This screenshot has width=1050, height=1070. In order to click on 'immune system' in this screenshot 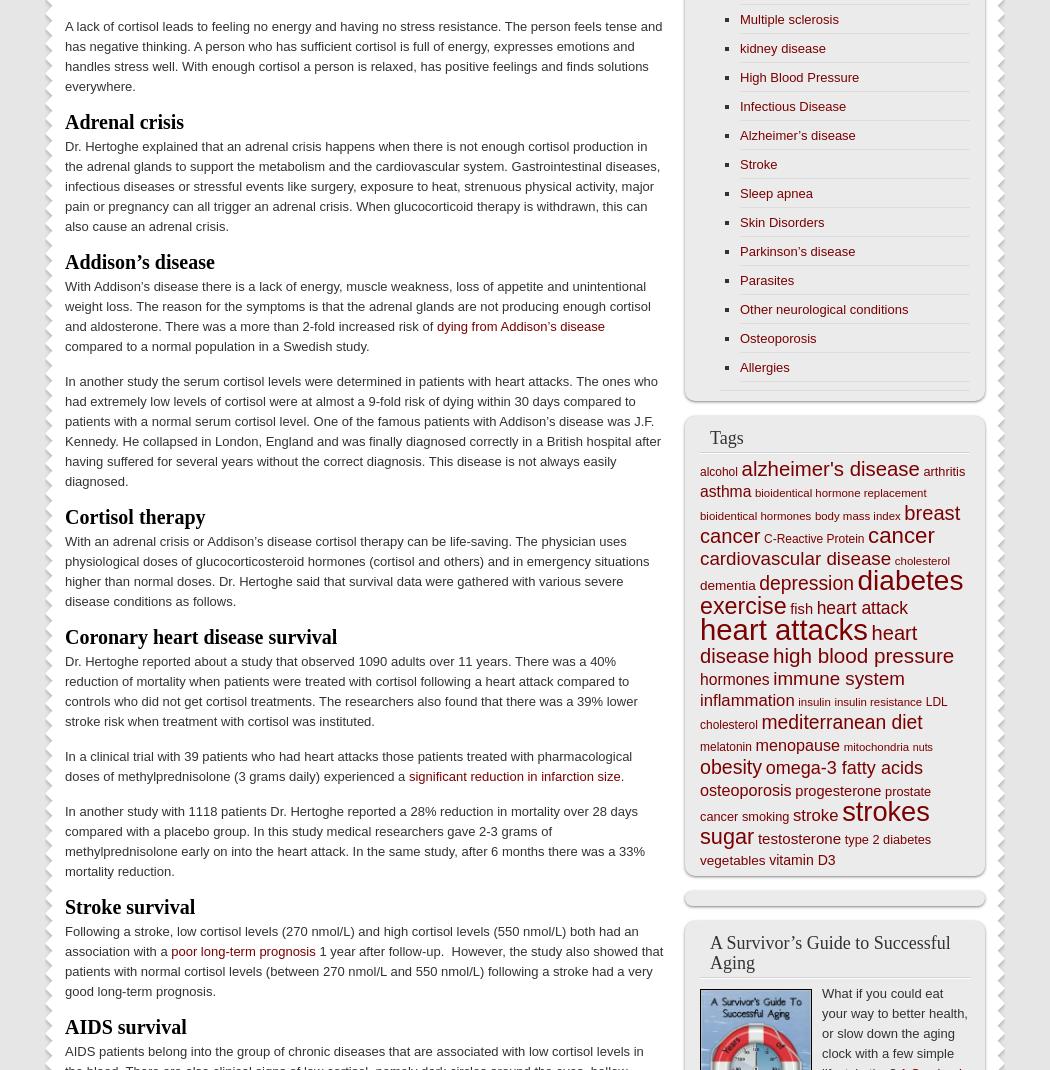, I will do `click(838, 678)`.